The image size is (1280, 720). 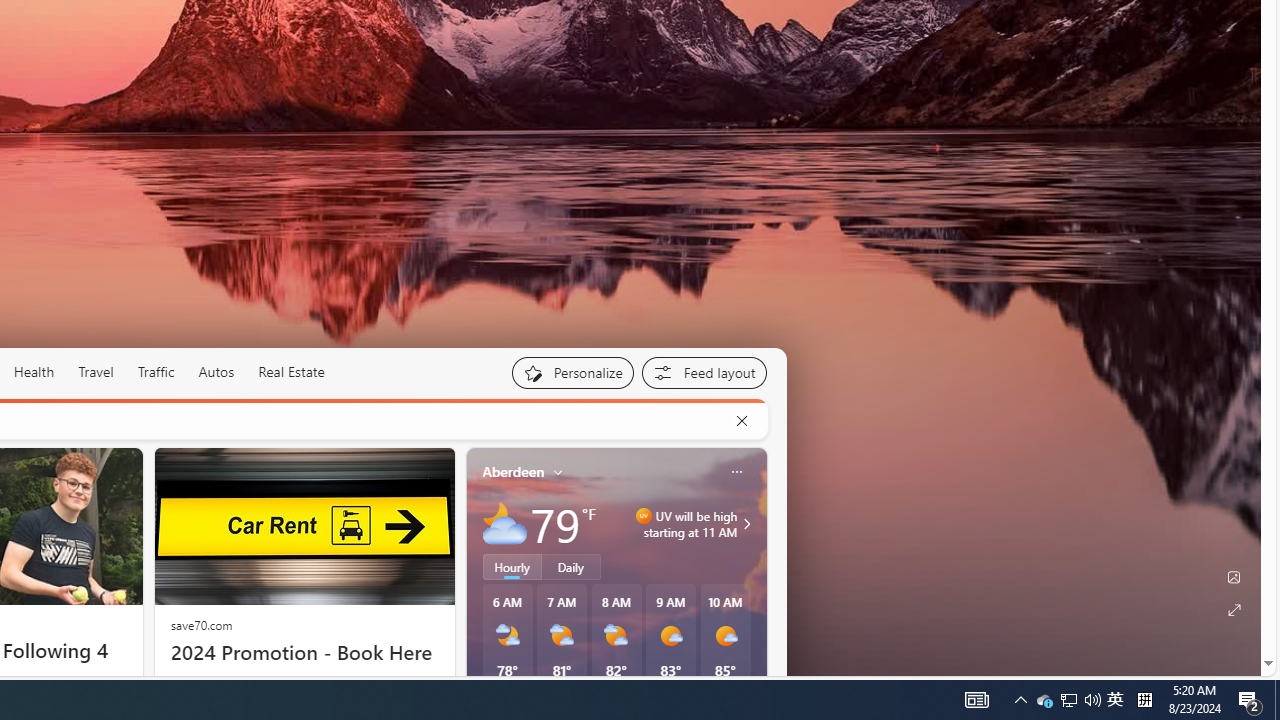 I want to click on 'Autos', so click(x=216, y=371).